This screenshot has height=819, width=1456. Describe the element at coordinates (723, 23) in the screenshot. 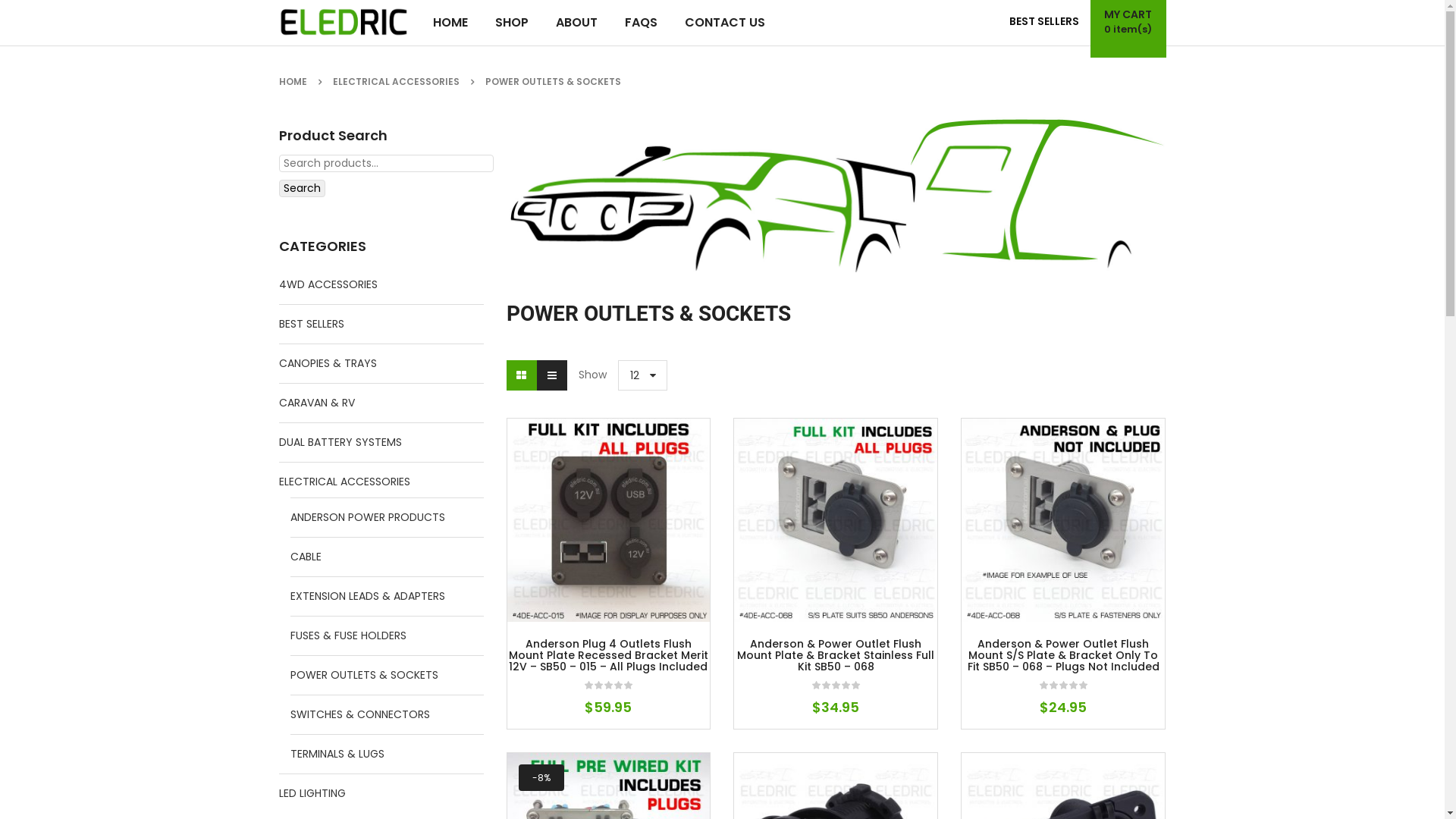

I see `'CONTACT US'` at that location.